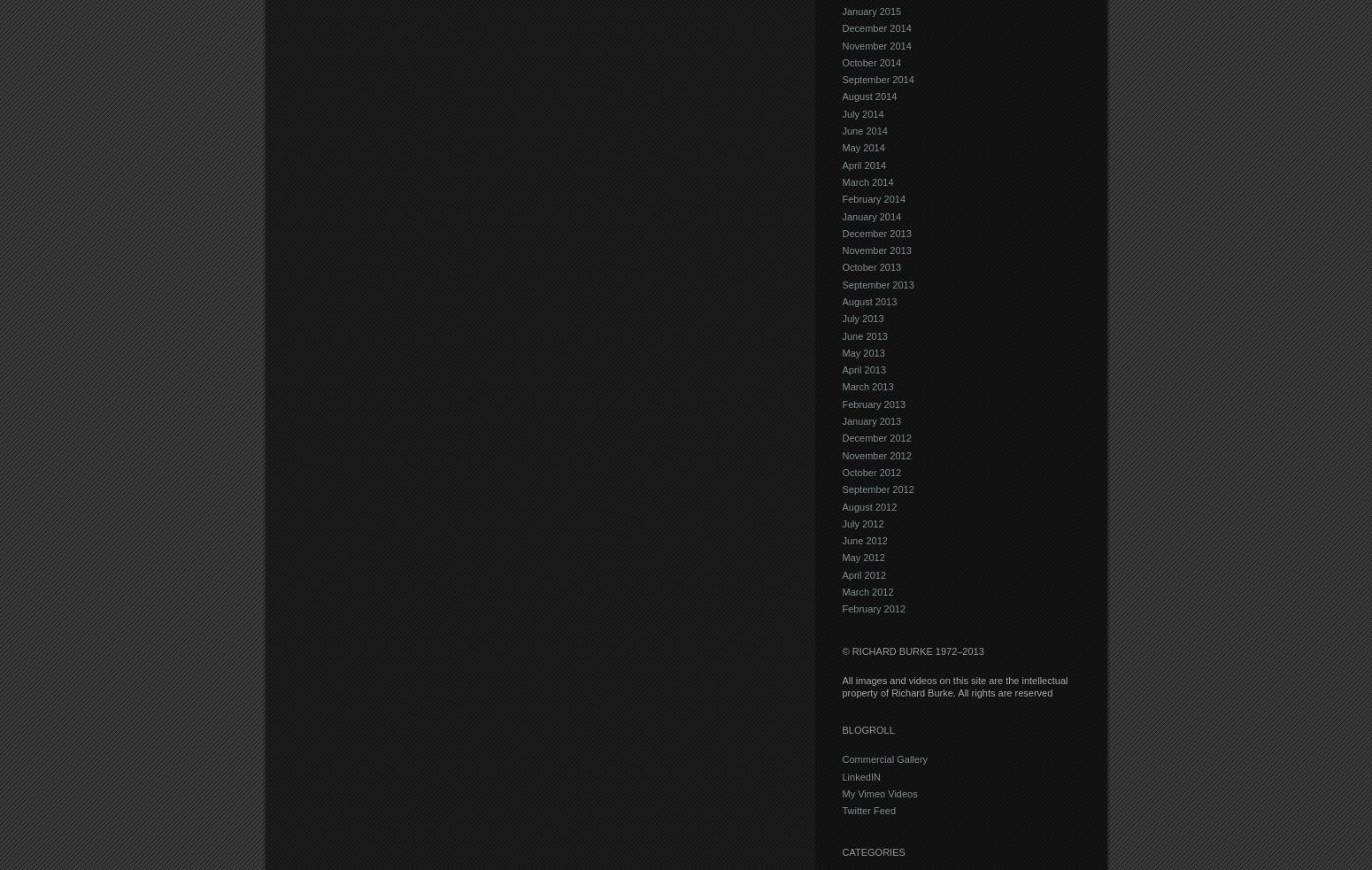 The height and width of the screenshot is (870, 1372). Describe the element at coordinates (861, 522) in the screenshot. I see `'July 2012'` at that location.